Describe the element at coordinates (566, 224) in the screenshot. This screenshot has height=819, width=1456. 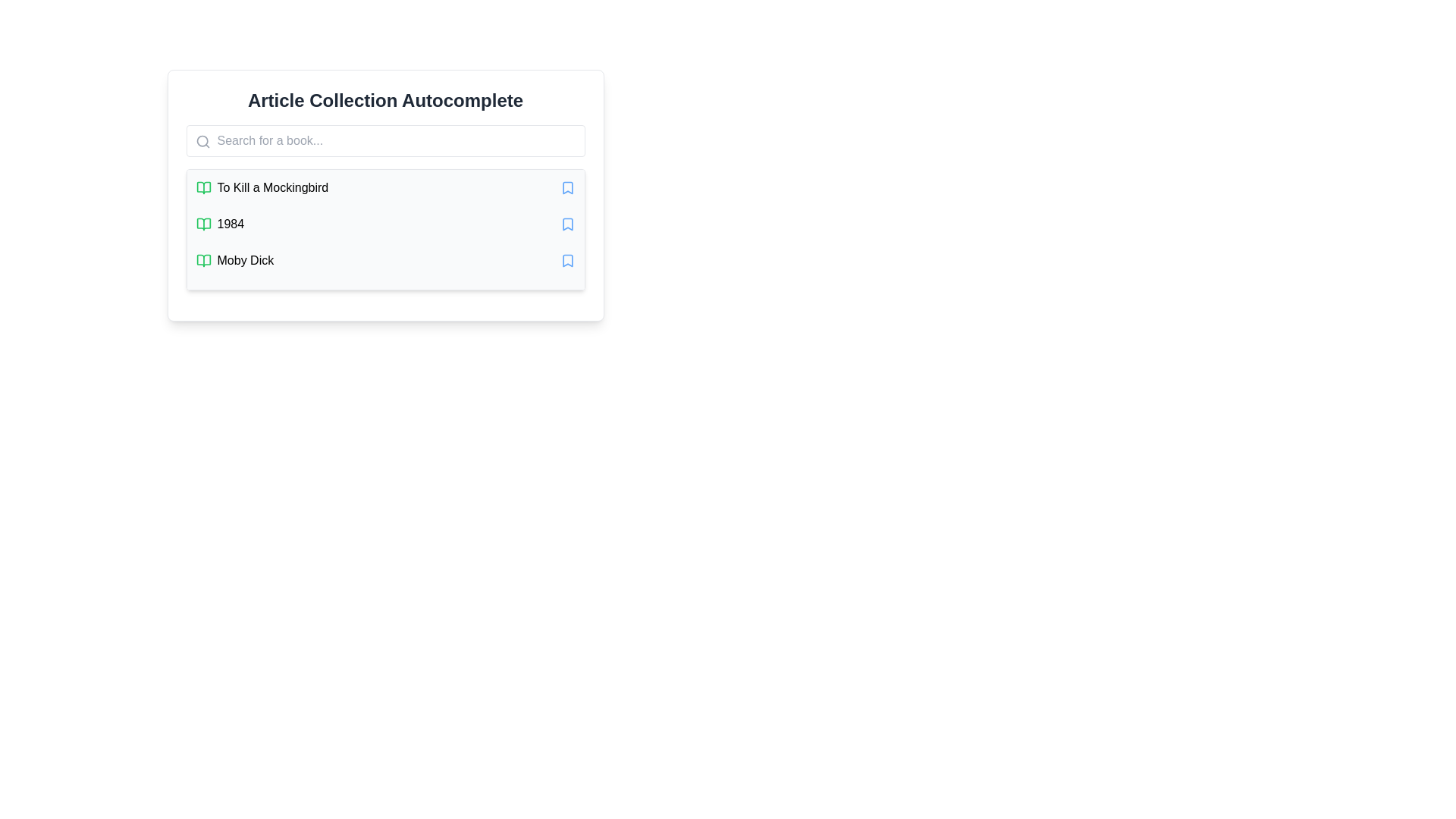
I see `the bookmark icon next to the '1984' list item` at that location.